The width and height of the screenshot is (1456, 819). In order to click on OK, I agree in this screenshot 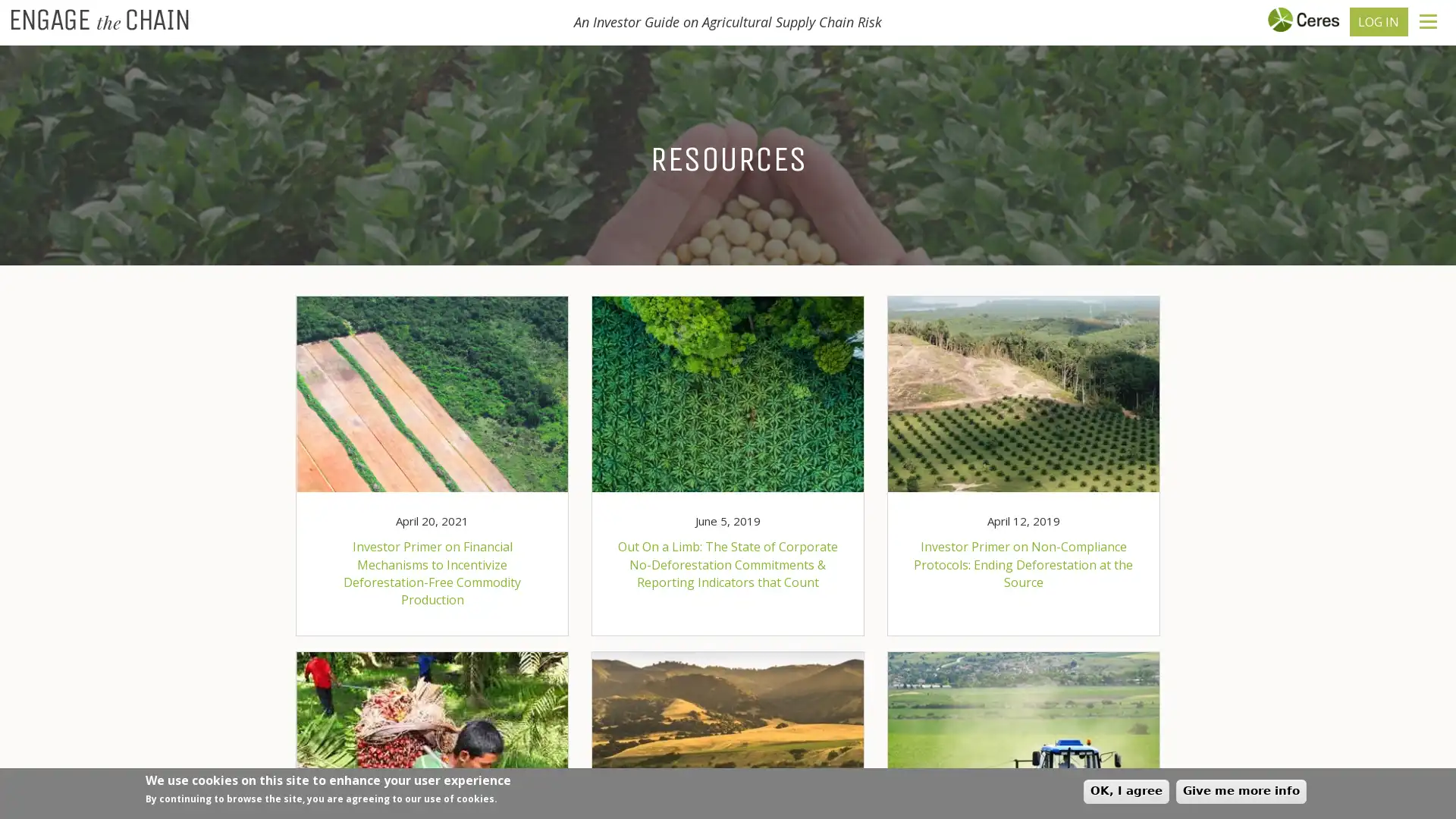, I will do `click(1126, 790)`.